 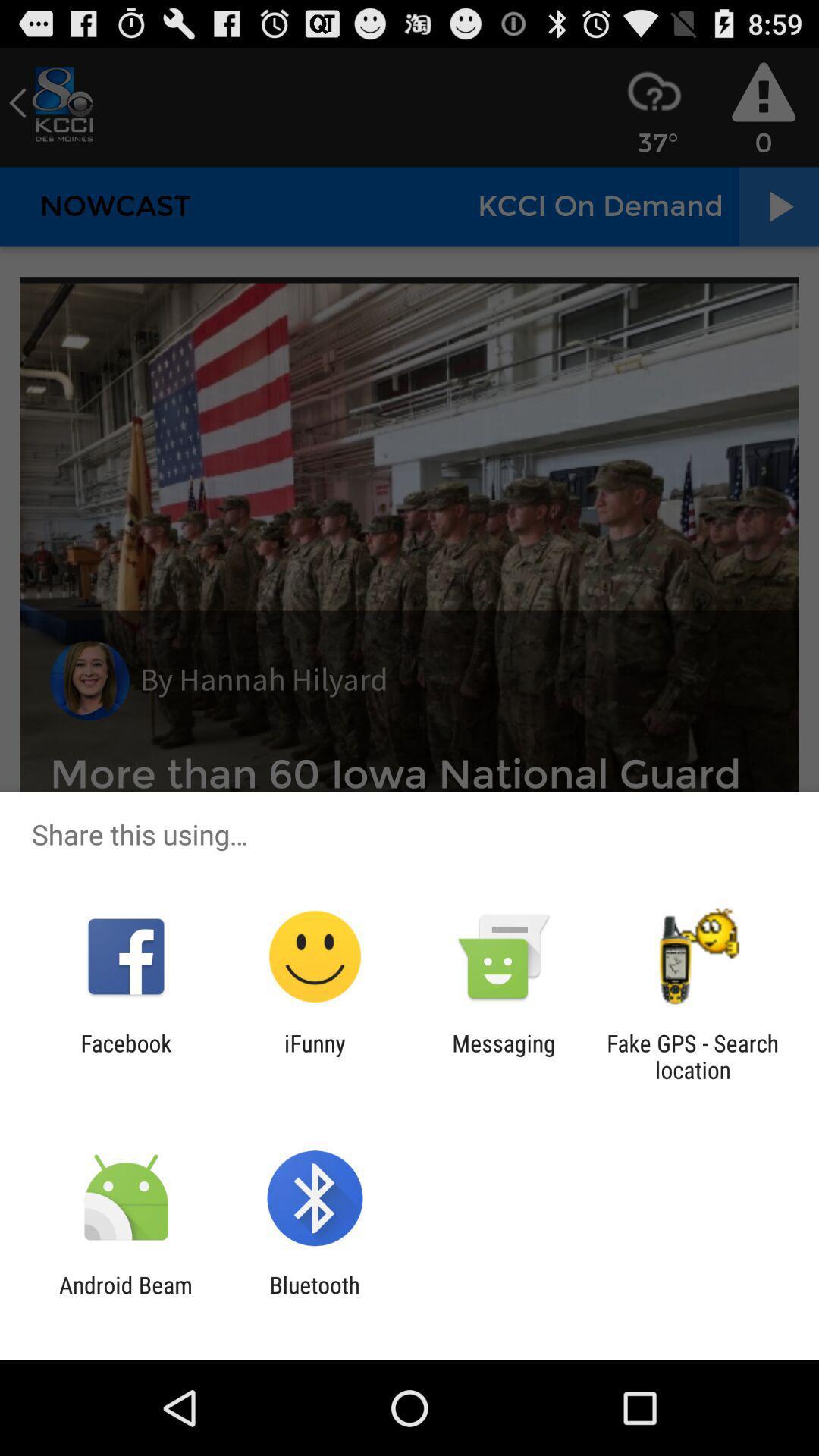 I want to click on facebook, so click(x=125, y=1056).